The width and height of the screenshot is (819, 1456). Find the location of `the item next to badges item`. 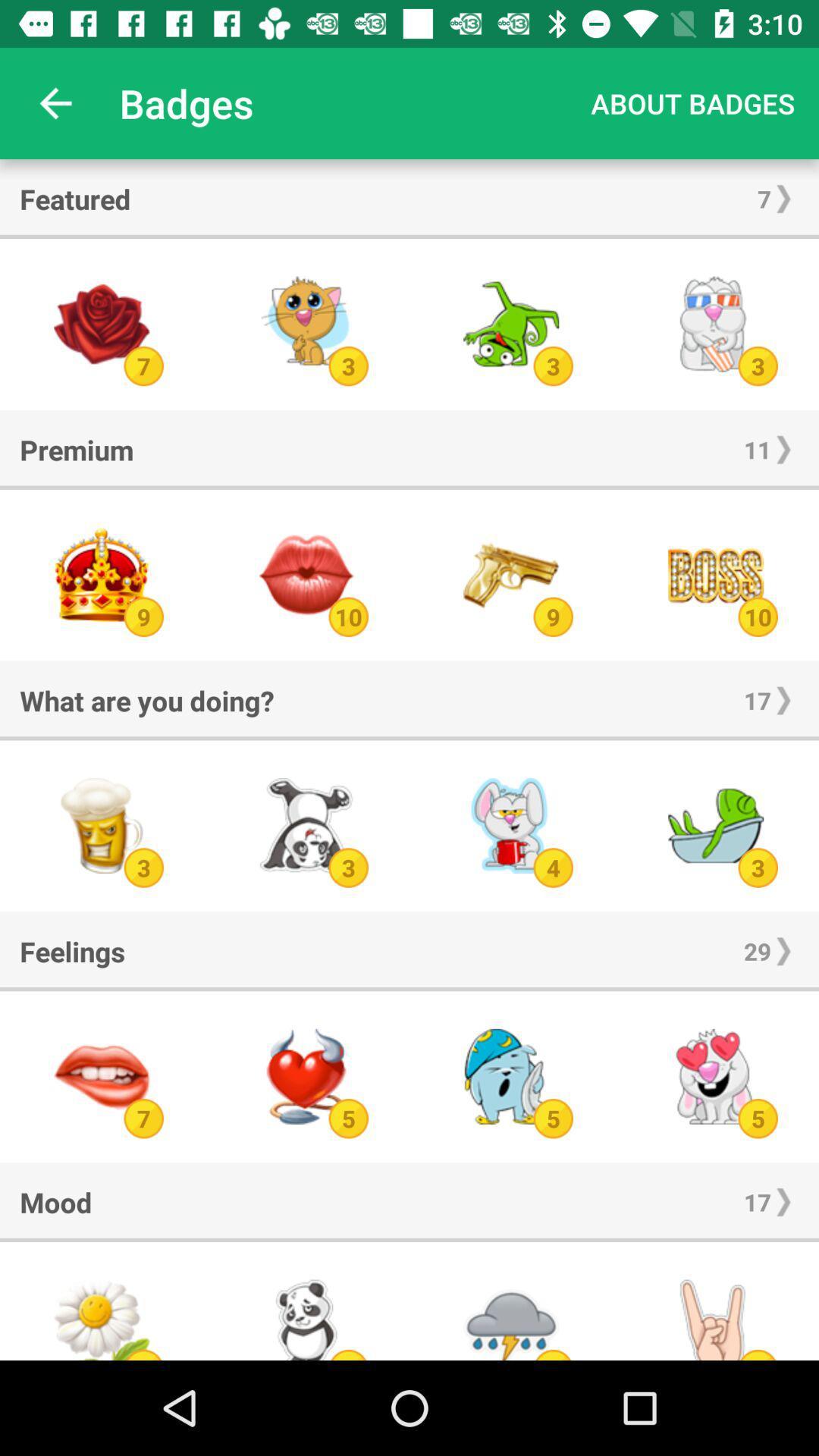

the item next to badges item is located at coordinates (692, 102).